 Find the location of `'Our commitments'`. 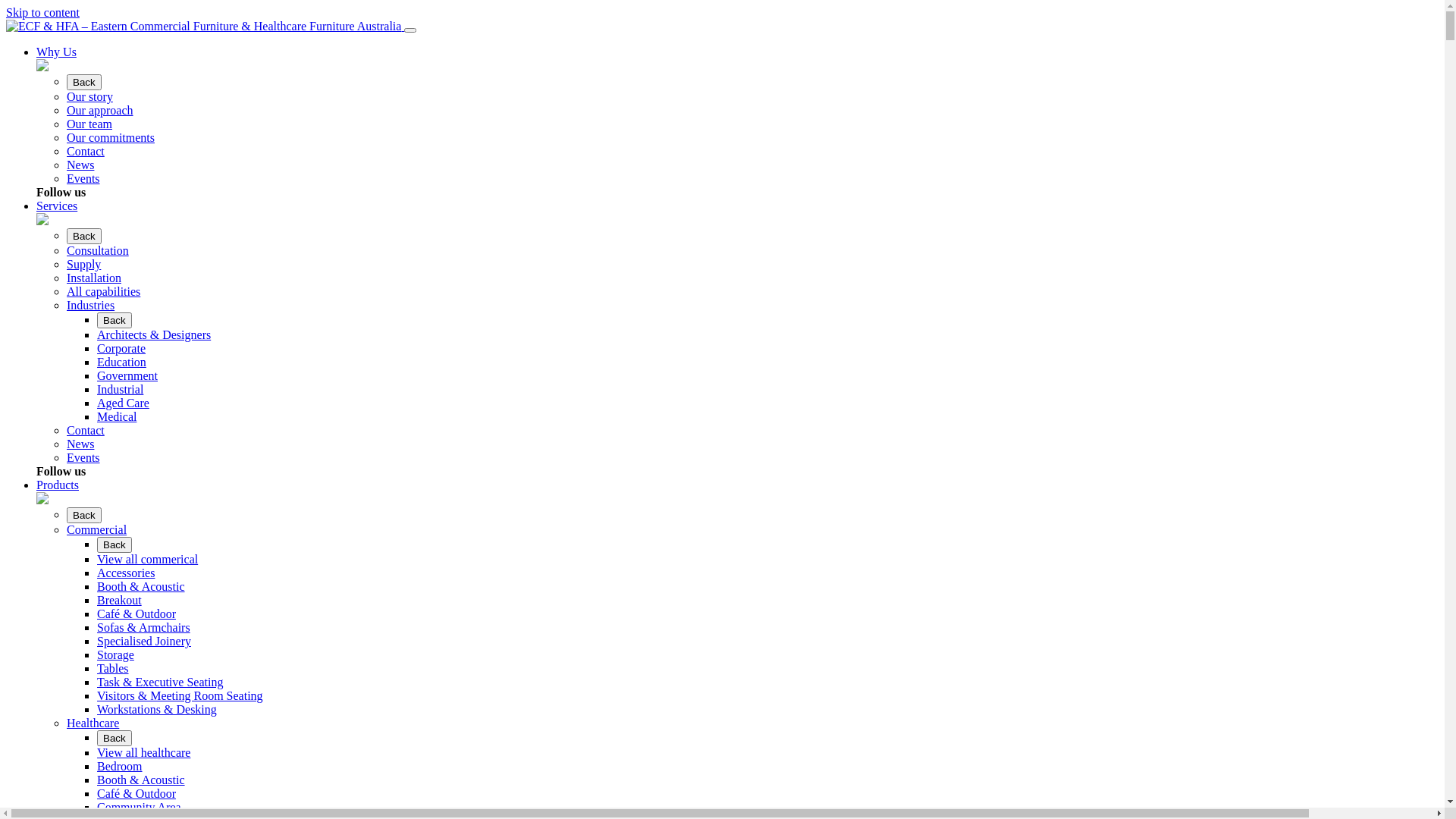

'Our commitments' is located at coordinates (109, 137).